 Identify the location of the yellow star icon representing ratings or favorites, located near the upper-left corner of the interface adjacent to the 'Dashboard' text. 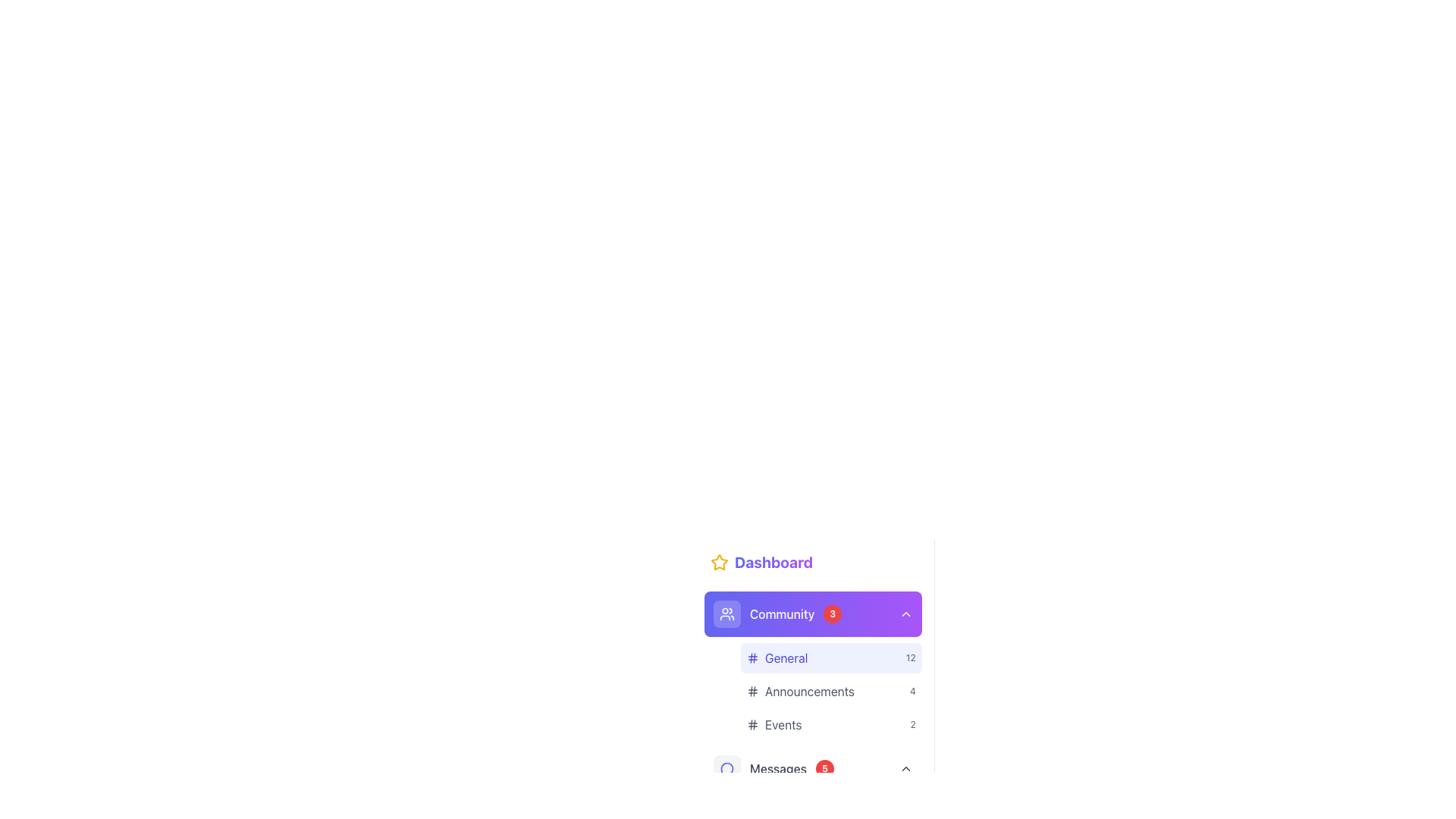
(719, 562).